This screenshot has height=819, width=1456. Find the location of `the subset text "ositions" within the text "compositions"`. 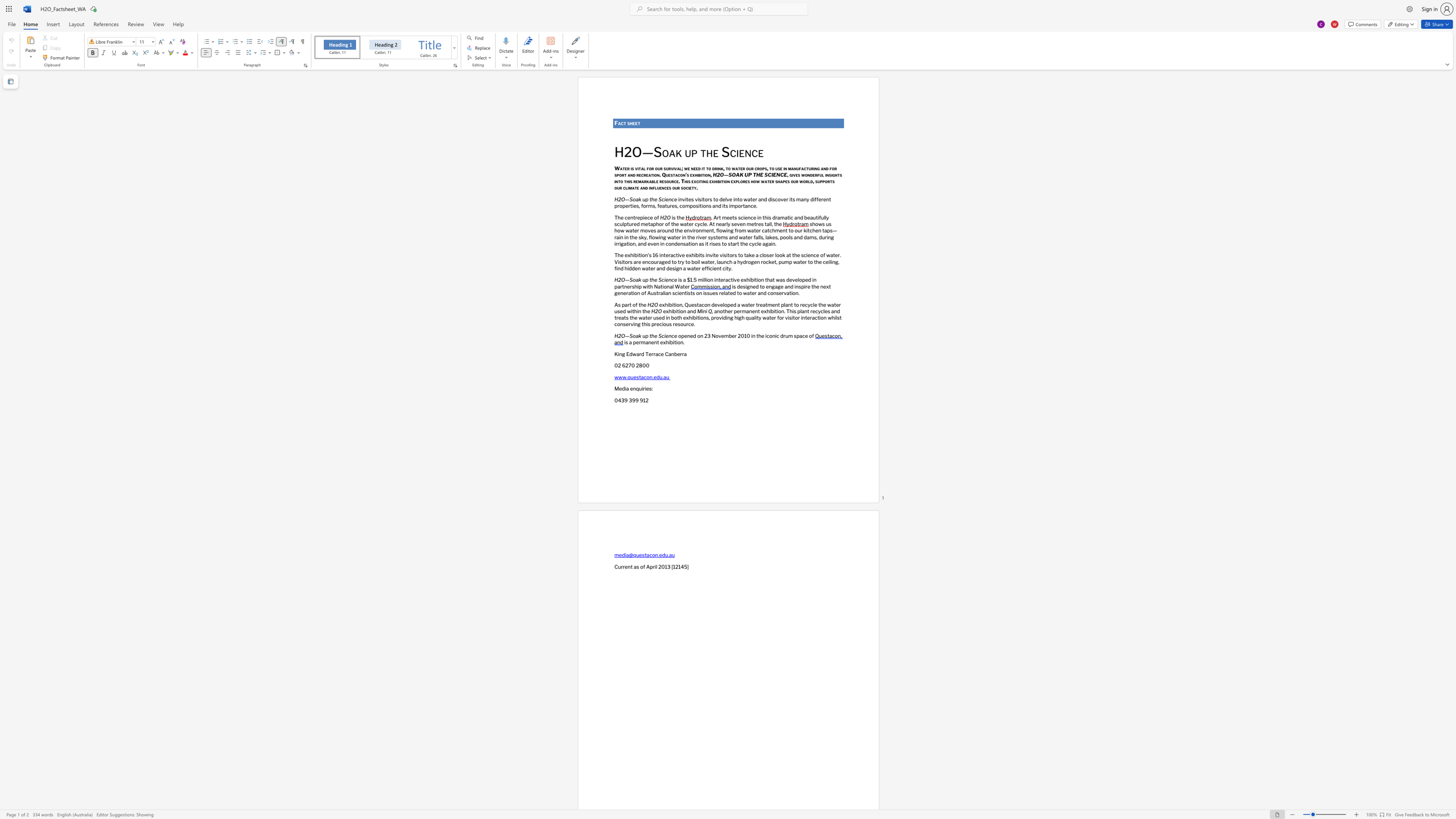

the subset text "ositions" within the text "compositions" is located at coordinates (693, 206).